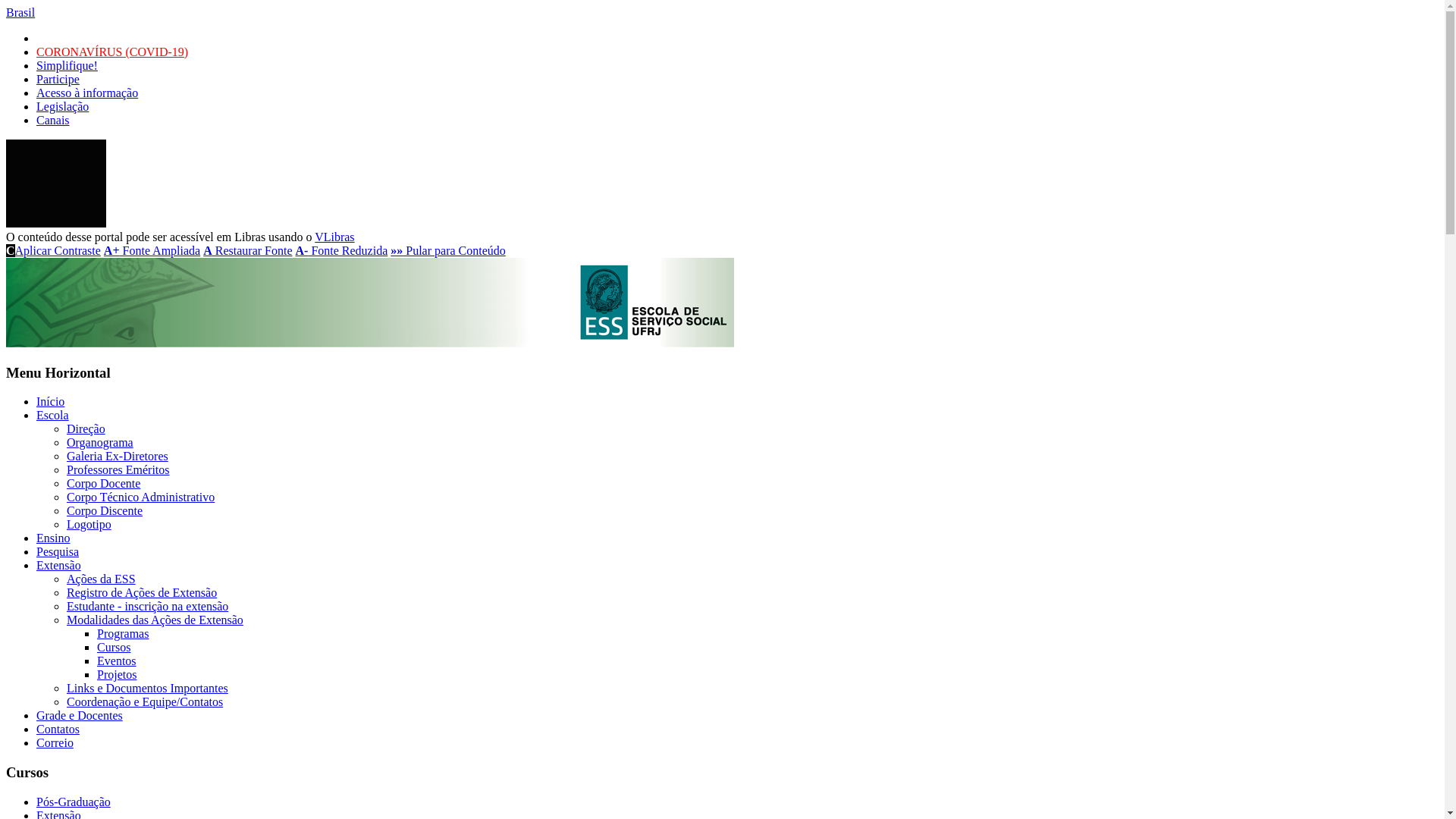  What do you see at coordinates (36, 537) in the screenshot?
I see `'Ensino'` at bounding box center [36, 537].